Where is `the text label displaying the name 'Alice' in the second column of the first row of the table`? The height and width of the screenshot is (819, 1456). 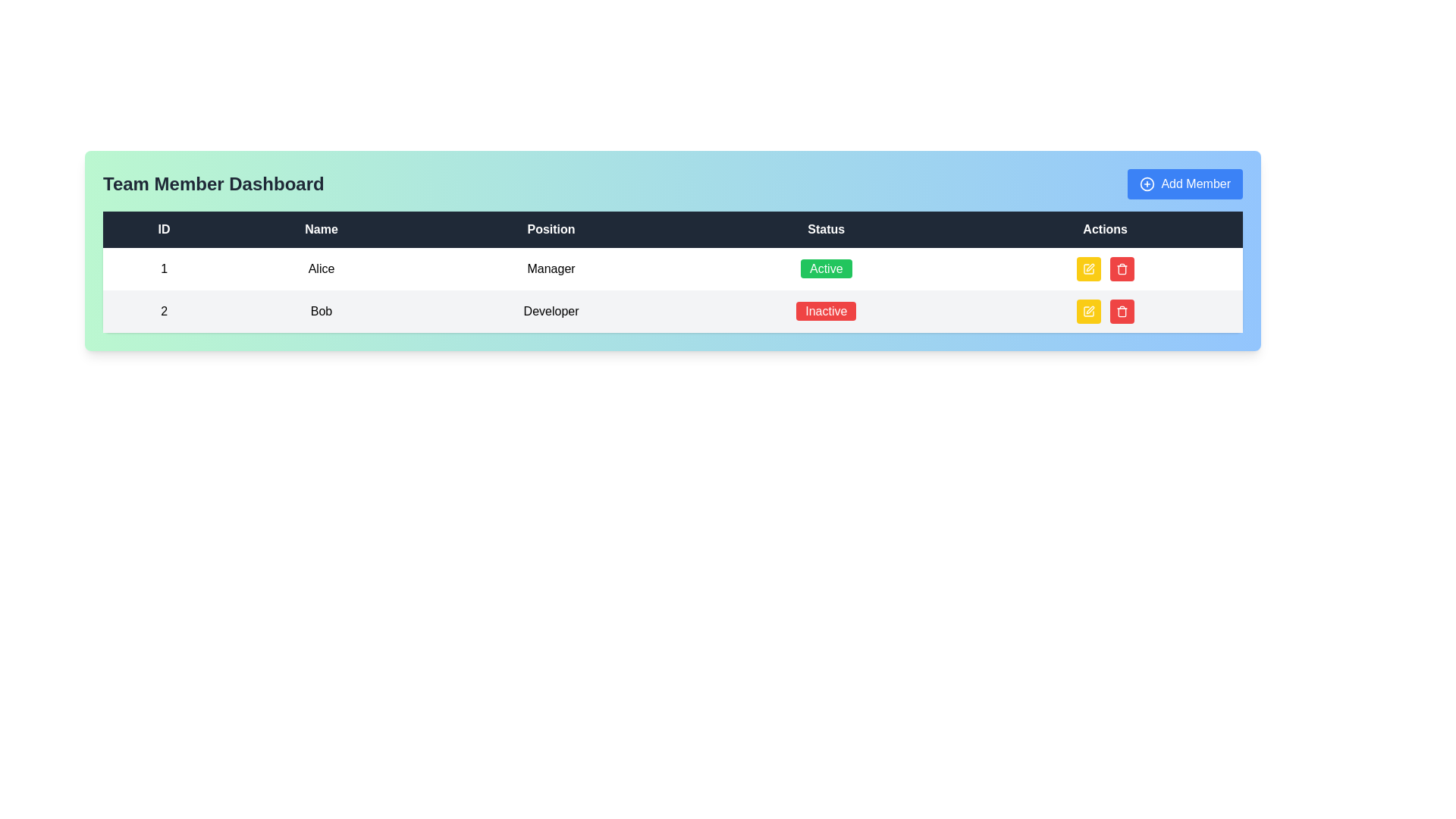 the text label displaying the name 'Alice' in the second column of the first row of the table is located at coordinates (320, 268).